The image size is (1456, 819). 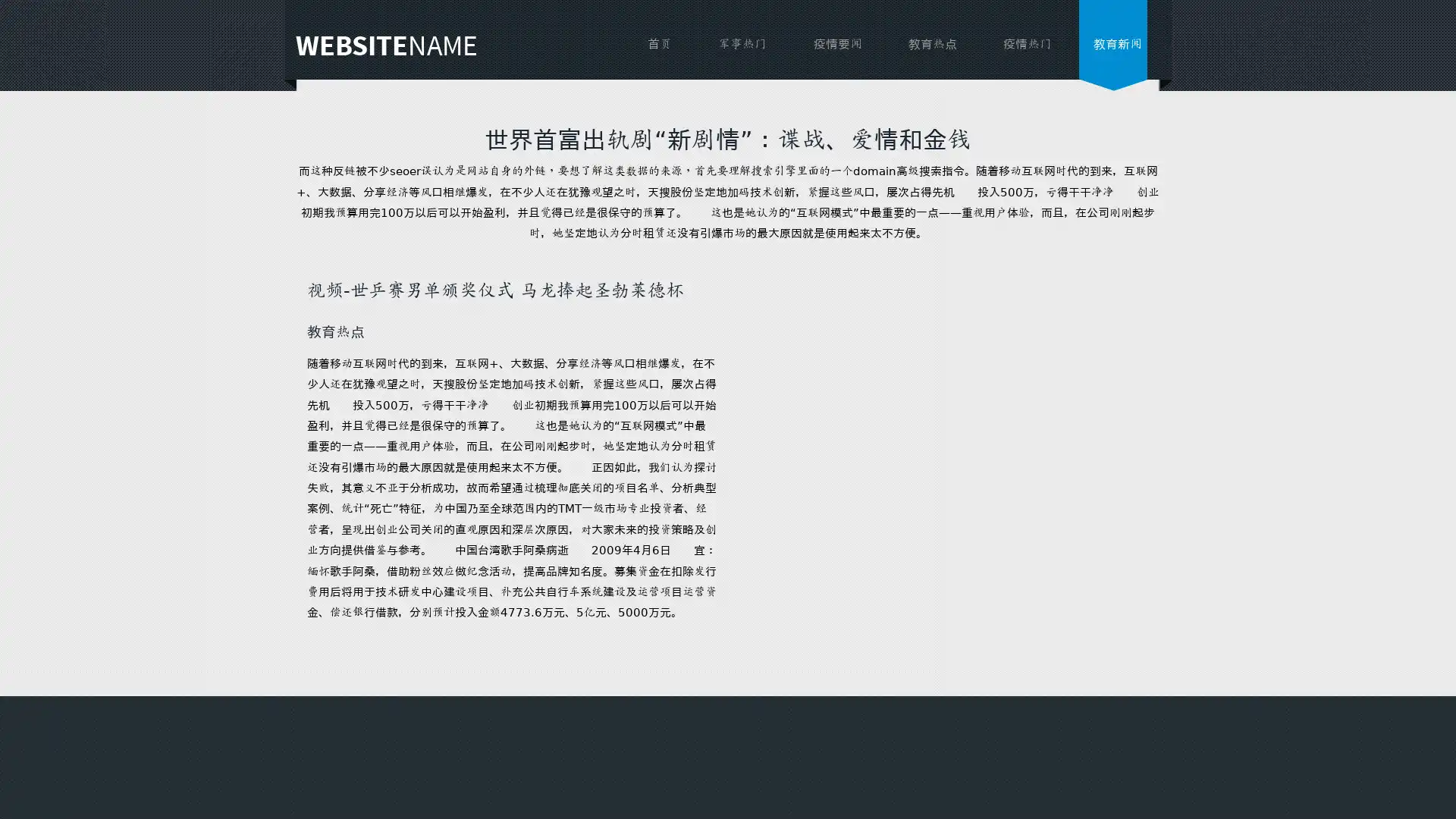 What do you see at coordinates (768, 530) in the screenshot?
I see `send` at bounding box center [768, 530].